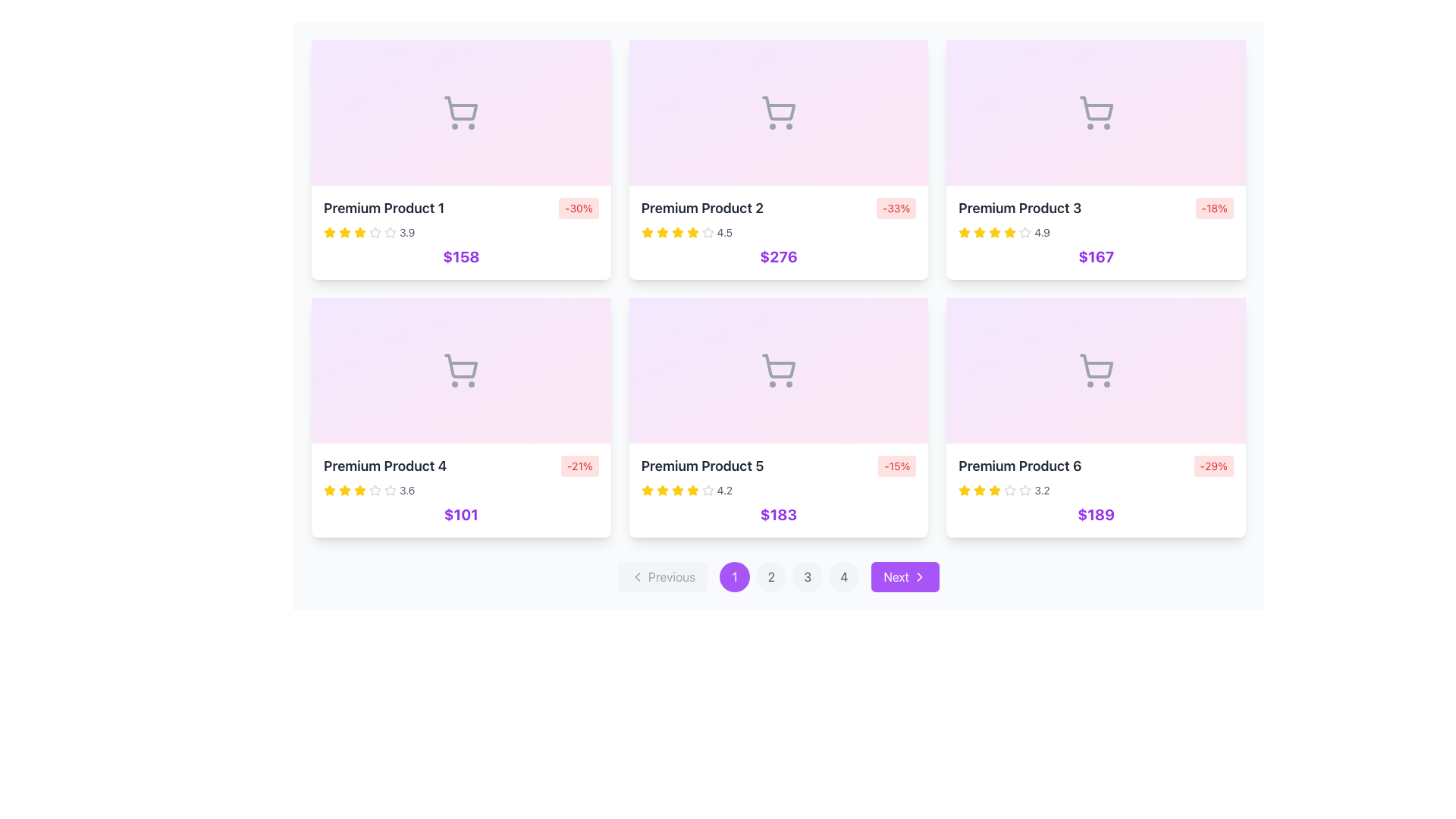  I want to click on the small rectangular label with a light red background and red text that displays '-29%' in bold, located at the top-right corner of the card for 'Premium Product 6', so click(1213, 465).